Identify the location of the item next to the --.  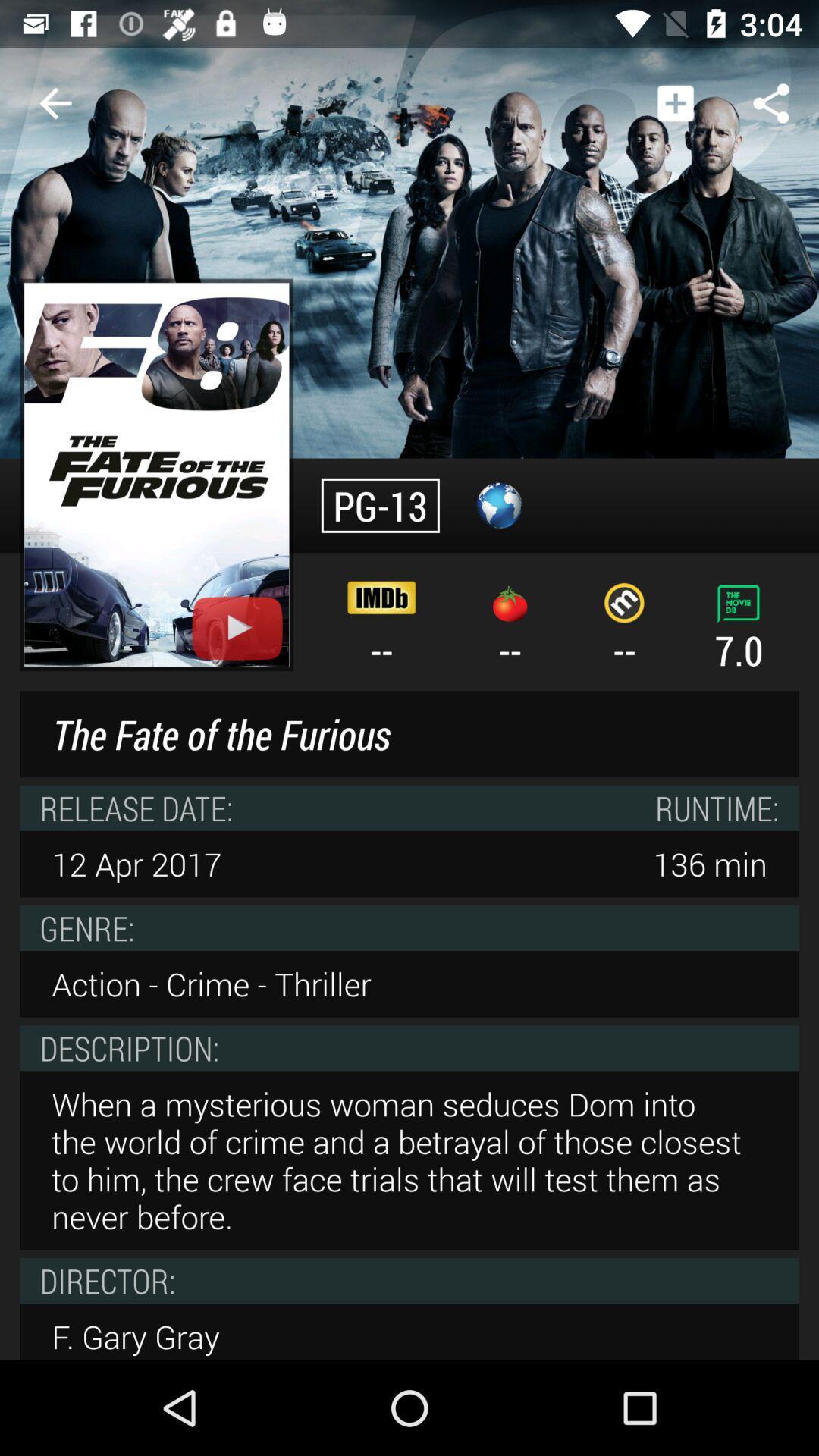
(156, 474).